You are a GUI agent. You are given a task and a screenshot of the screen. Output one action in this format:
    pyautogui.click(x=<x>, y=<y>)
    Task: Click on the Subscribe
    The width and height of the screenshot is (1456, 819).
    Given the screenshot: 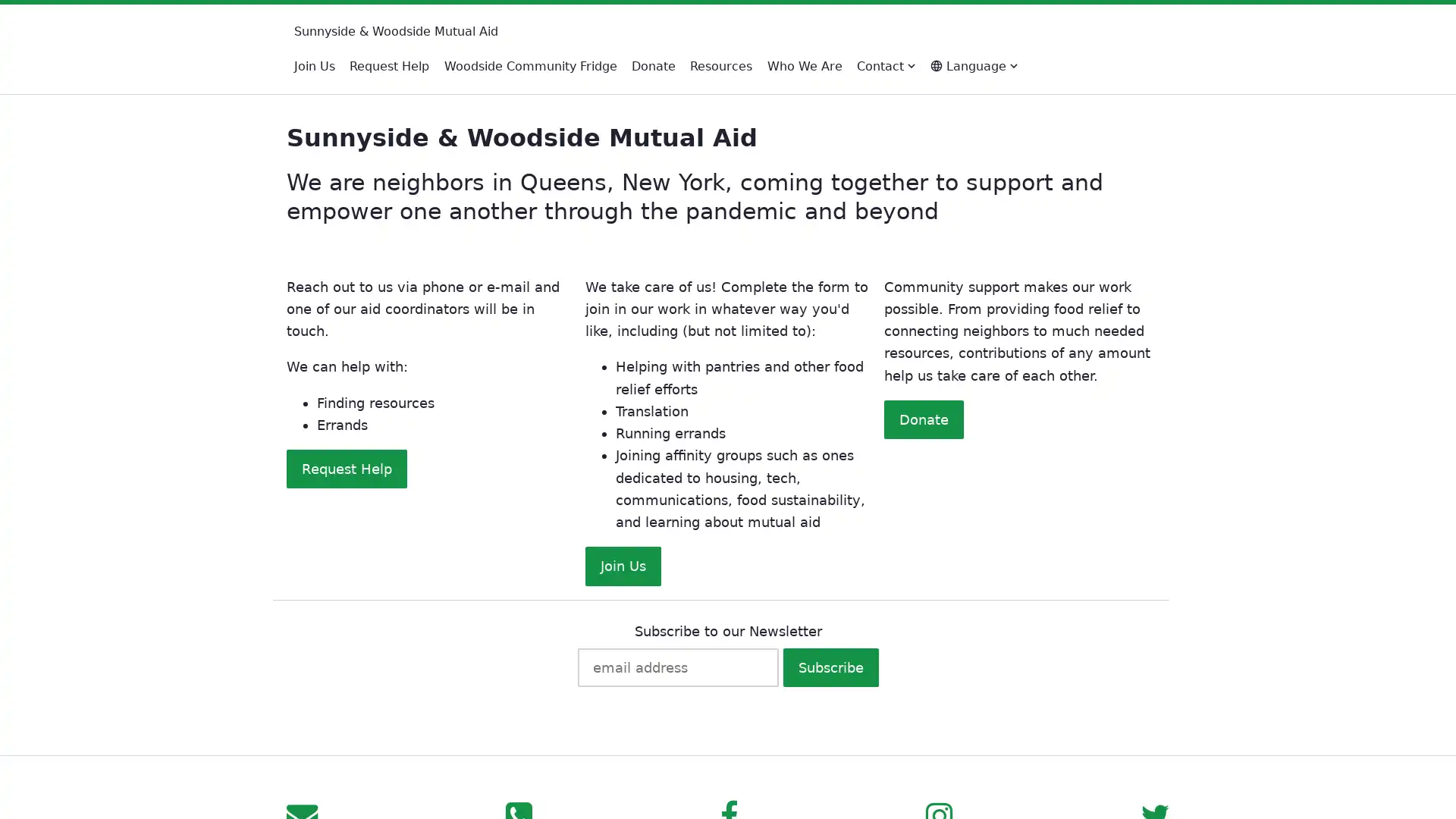 What is the action you would take?
    pyautogui.click(x=829, y=666)
    